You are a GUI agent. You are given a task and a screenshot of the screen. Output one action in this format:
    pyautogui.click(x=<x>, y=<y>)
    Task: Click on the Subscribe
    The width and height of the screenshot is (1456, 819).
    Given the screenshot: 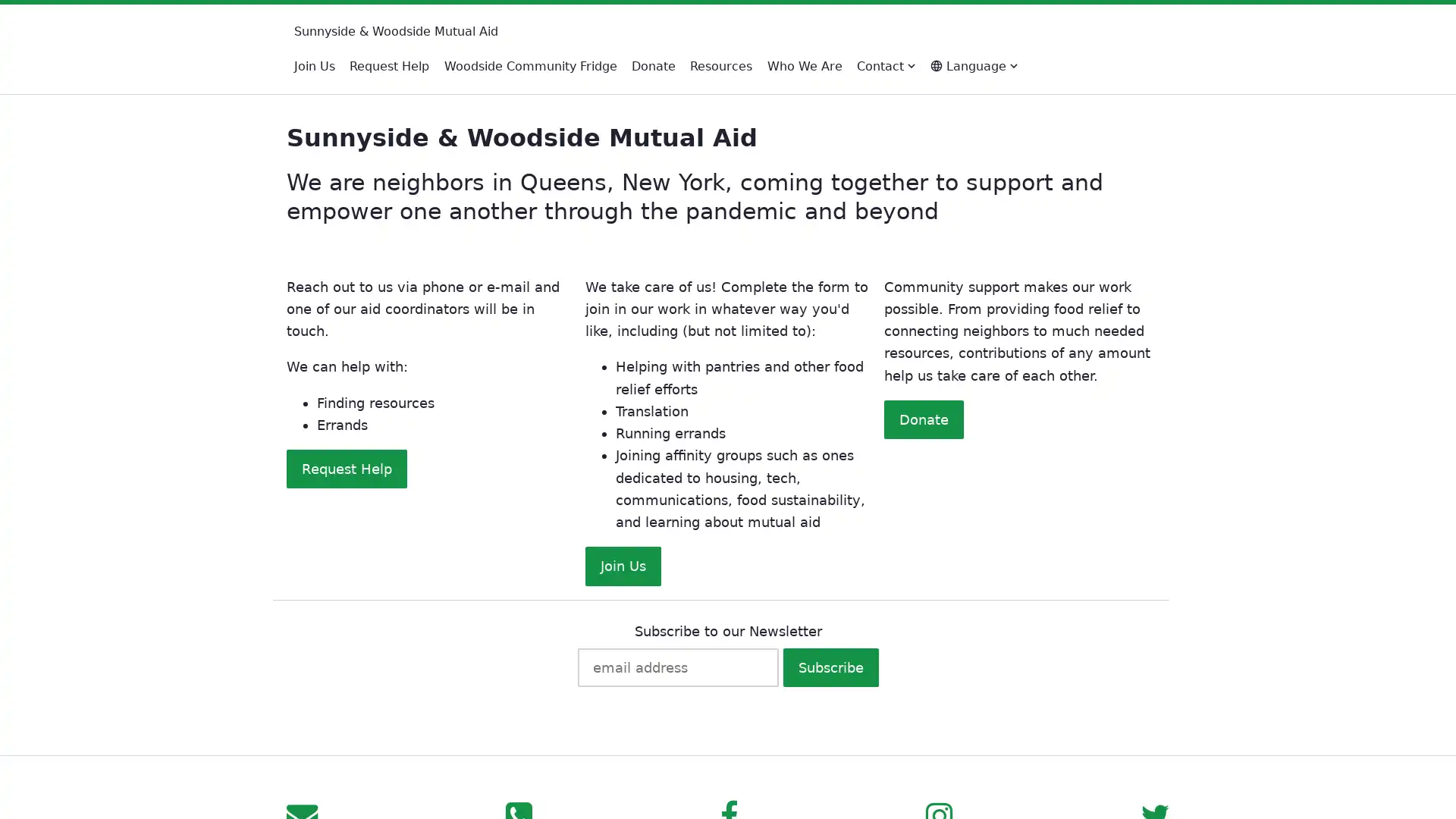 What is the action you would take?
    pyautogui.click(x=829, y=666)
    